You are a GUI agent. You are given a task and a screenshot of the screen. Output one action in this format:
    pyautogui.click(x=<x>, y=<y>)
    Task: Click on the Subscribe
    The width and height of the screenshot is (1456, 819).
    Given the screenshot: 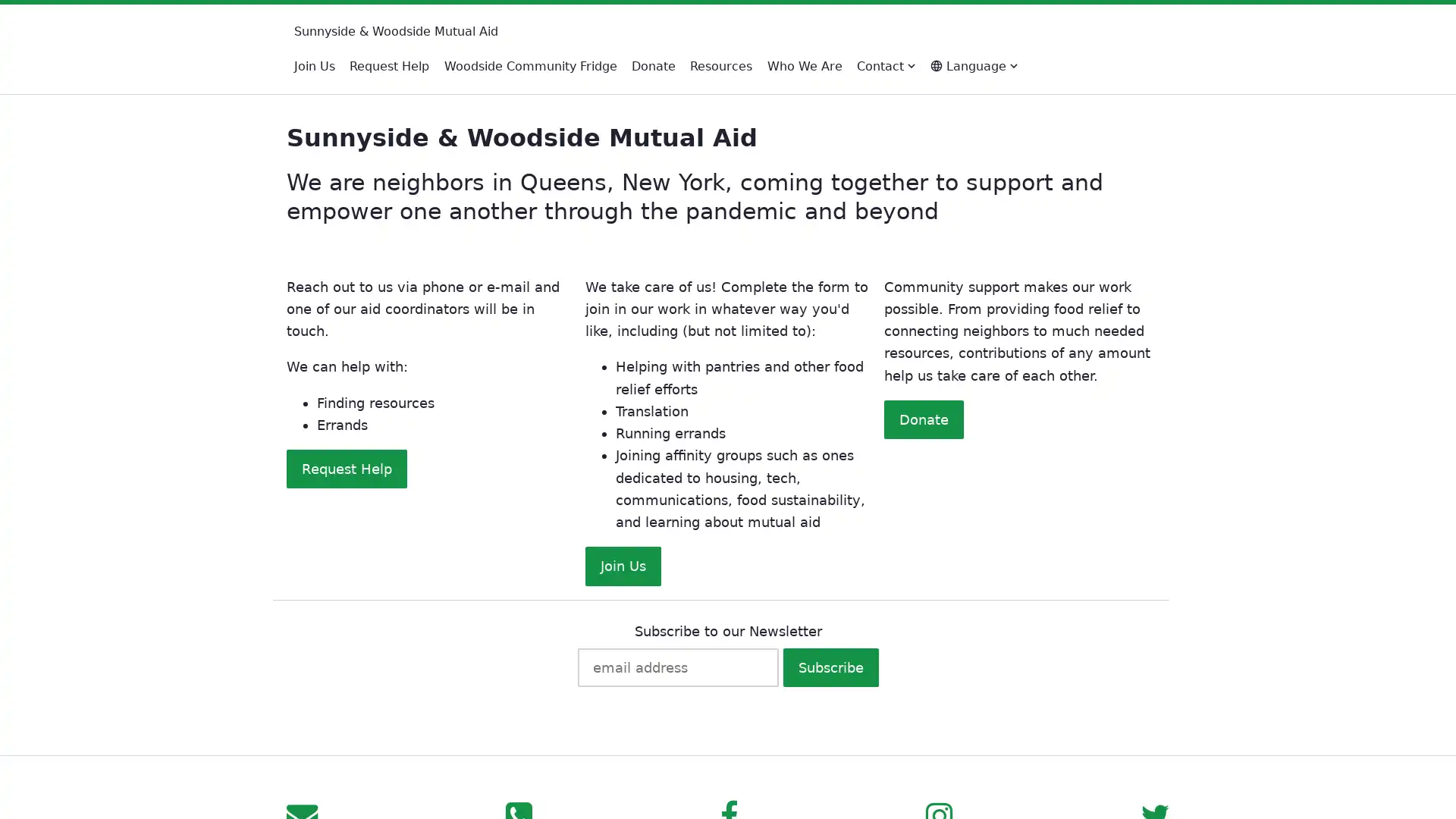 What is the action you would take?
    pyautogui.click(x=829, y=666)
    